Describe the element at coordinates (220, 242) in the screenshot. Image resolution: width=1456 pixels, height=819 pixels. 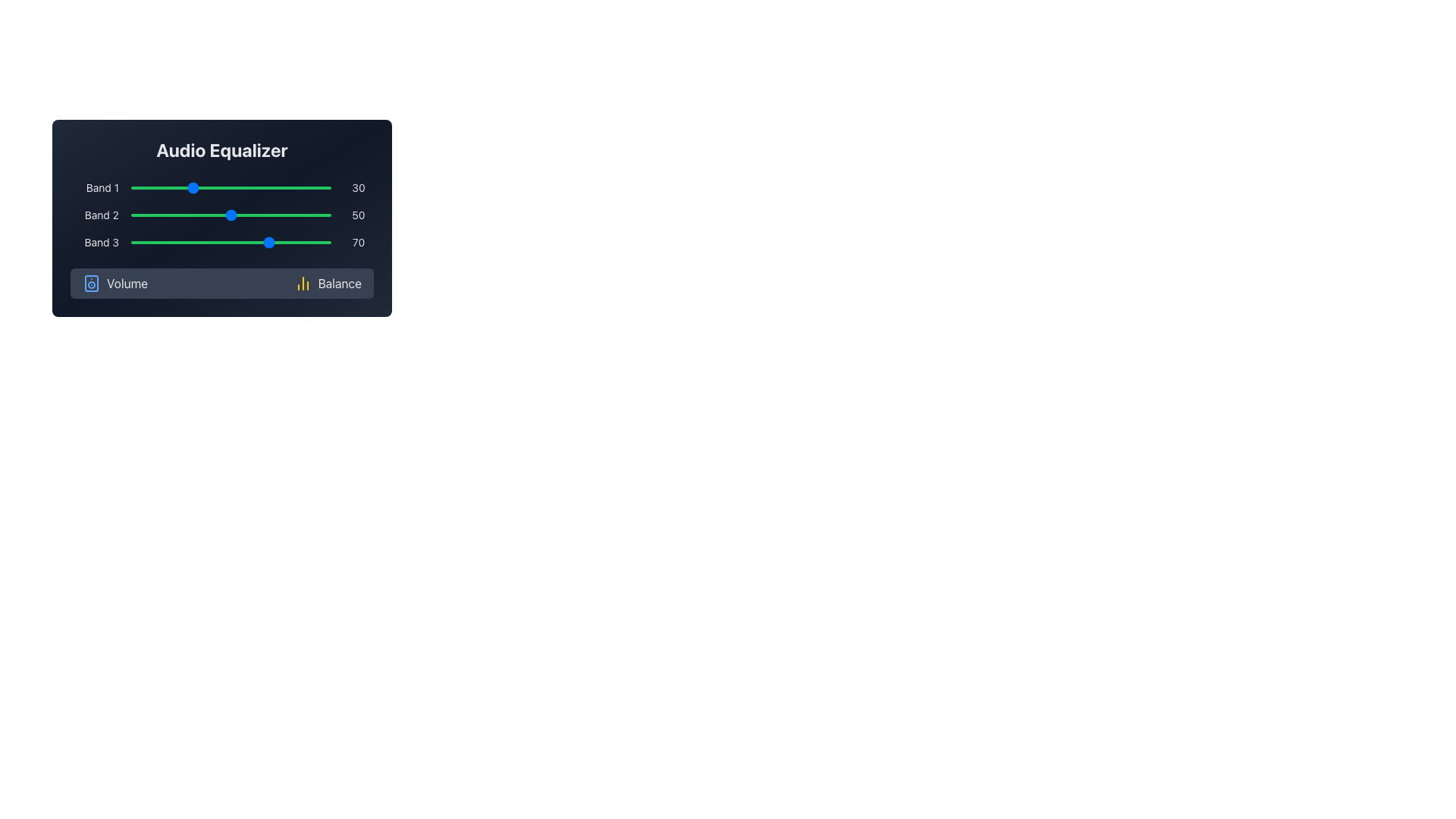
I see `Band 3` at that location.